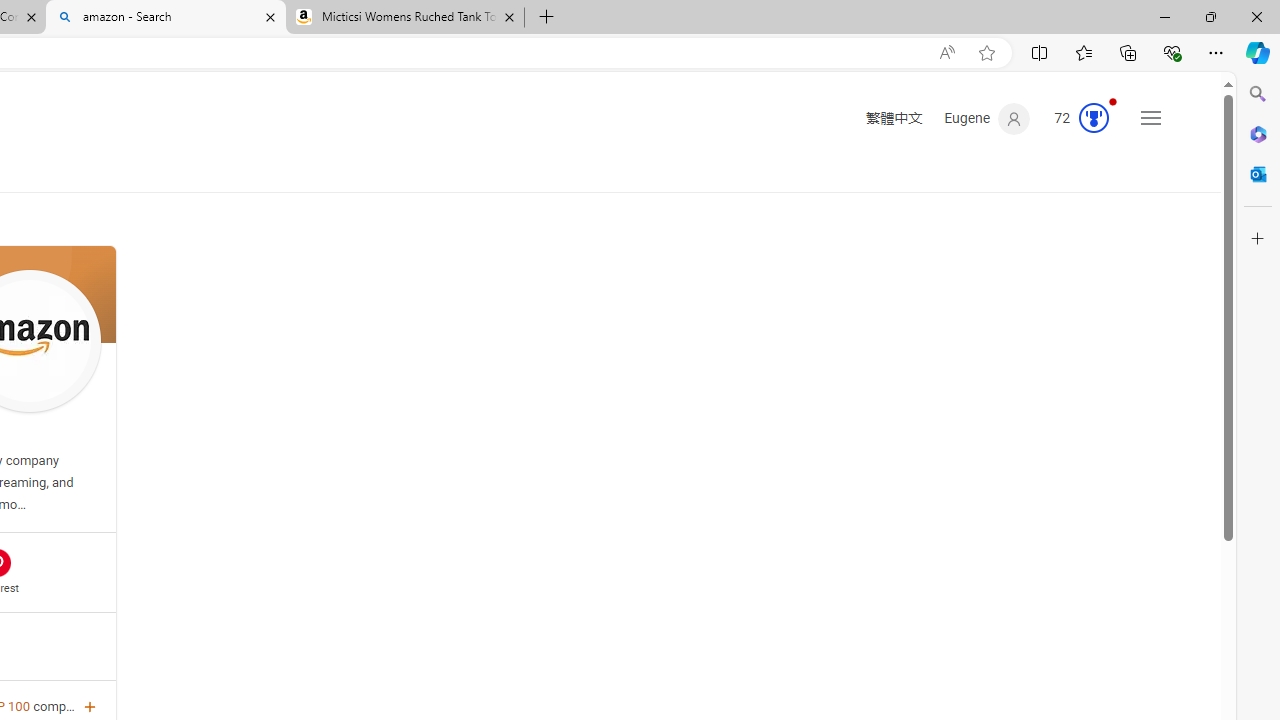 The width and height of the screenshot is (1280, 720). What do you see at coordinates (987, 119) in the screenshot?
I see `'Eugene'` at bounding box center [987, 119].